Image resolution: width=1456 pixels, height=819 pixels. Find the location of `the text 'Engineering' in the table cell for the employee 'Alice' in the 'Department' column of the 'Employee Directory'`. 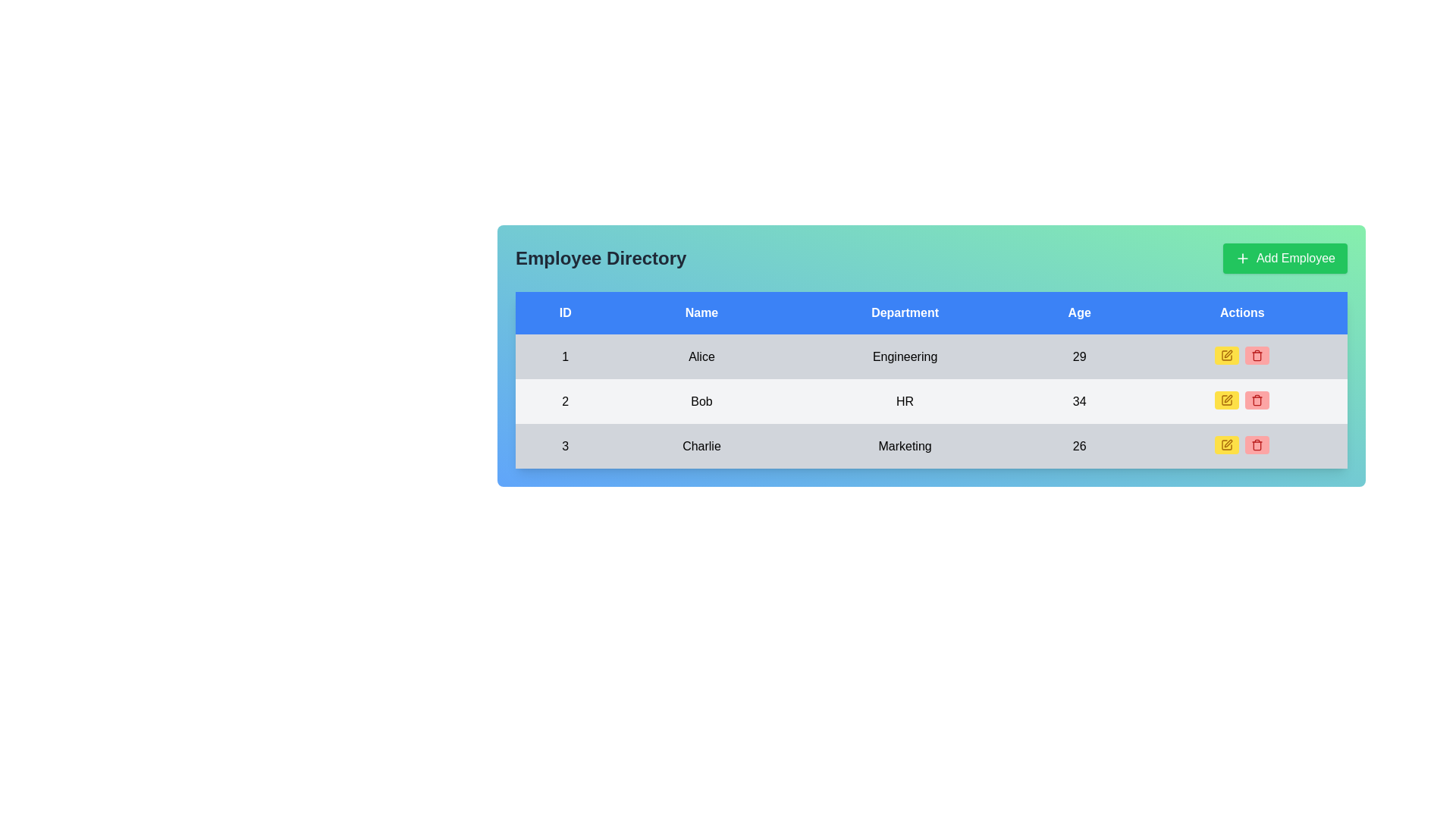

the text 'Engineering' in the table cell for the employee 'Alice' in the 'Department' column of the 'Employee Directory' is located at coordinates (905, 356).